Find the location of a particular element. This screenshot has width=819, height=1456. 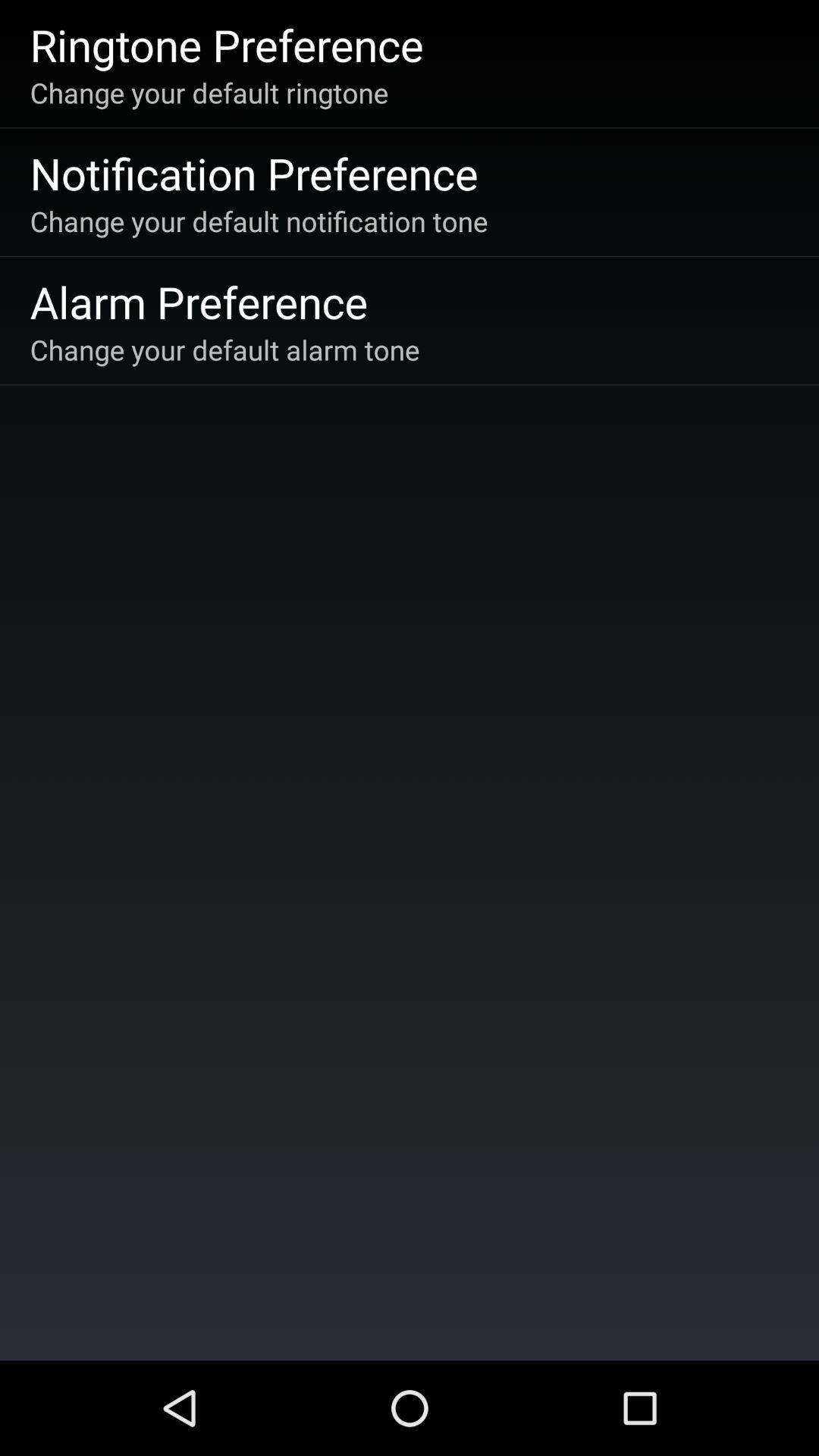

notification preference is located at coordinates (253, 173).